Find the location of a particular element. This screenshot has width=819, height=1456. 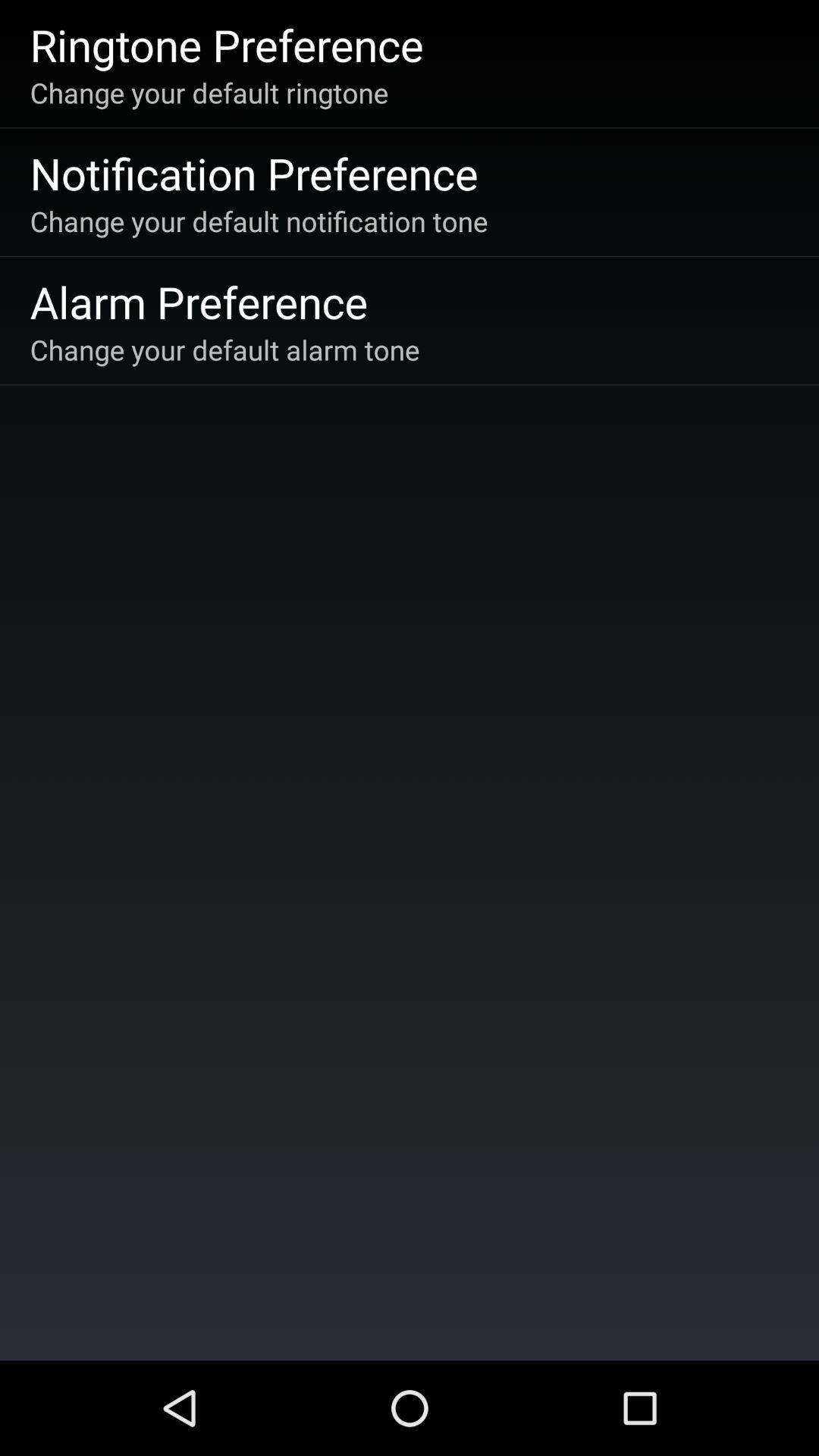

notification preference is located at coordinates (253, 173).